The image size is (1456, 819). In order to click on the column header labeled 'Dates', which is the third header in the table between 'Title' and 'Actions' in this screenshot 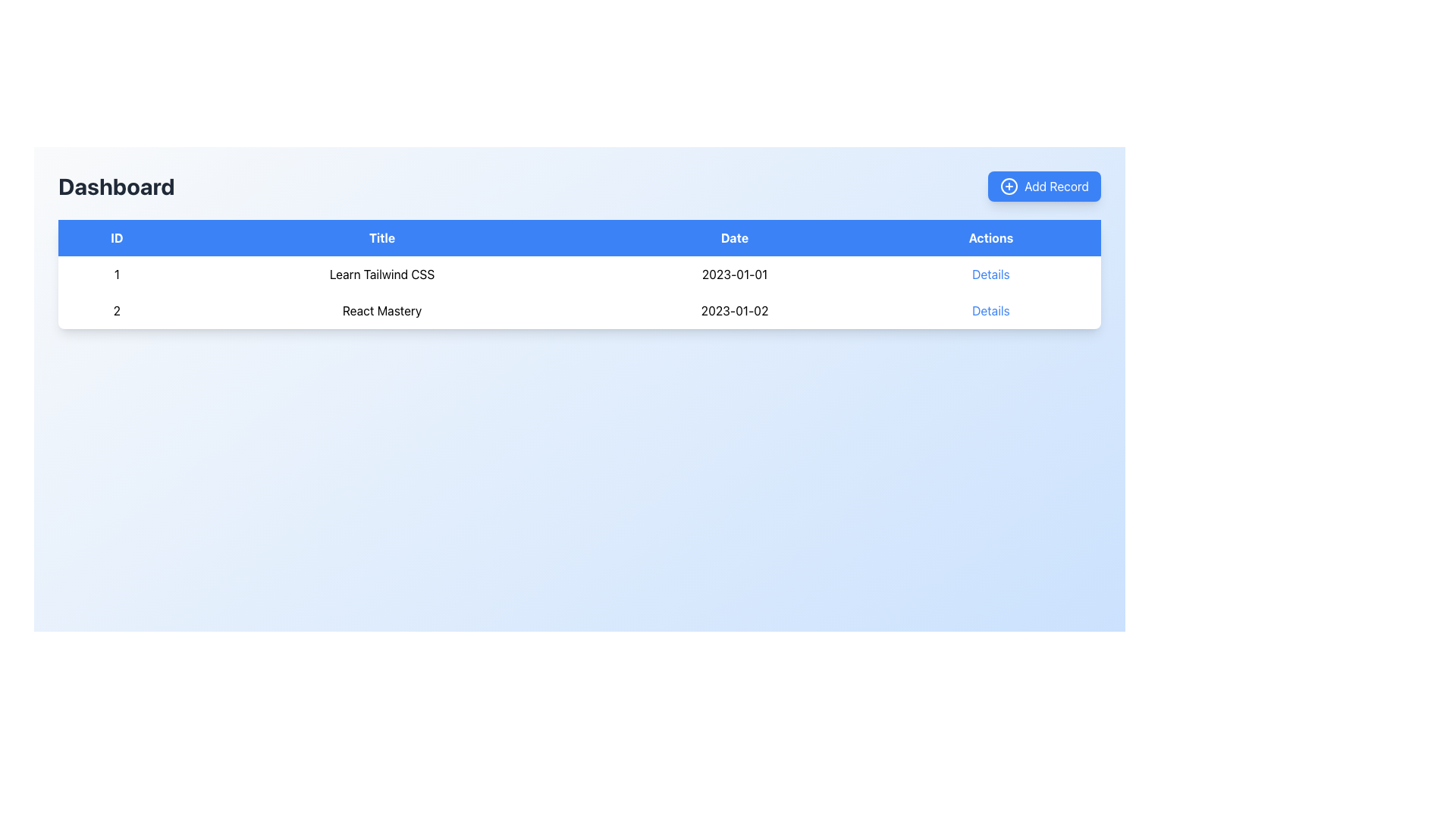, I will do `click(735, 237)`.